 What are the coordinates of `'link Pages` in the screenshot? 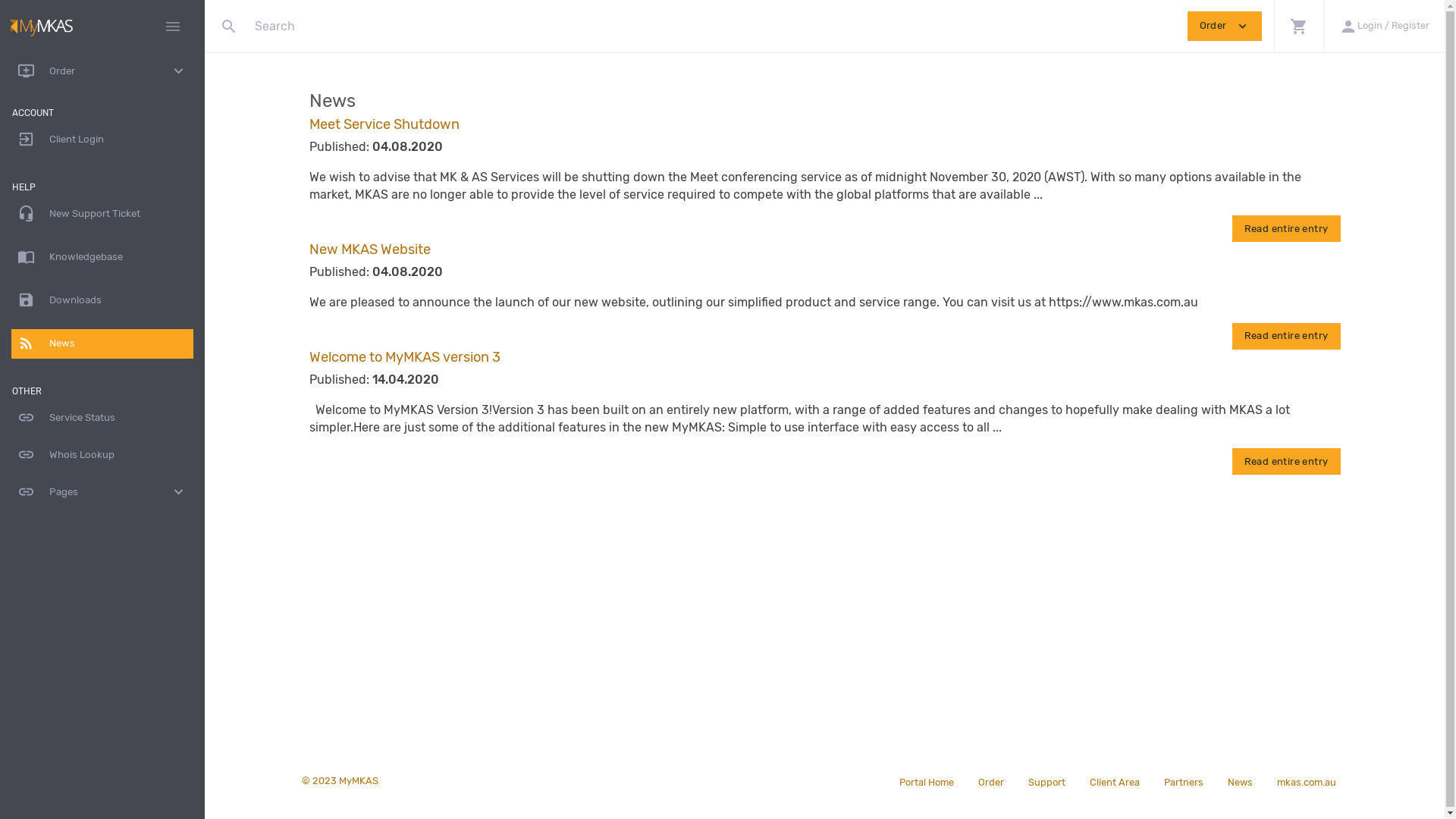 It's located at (101, 492).